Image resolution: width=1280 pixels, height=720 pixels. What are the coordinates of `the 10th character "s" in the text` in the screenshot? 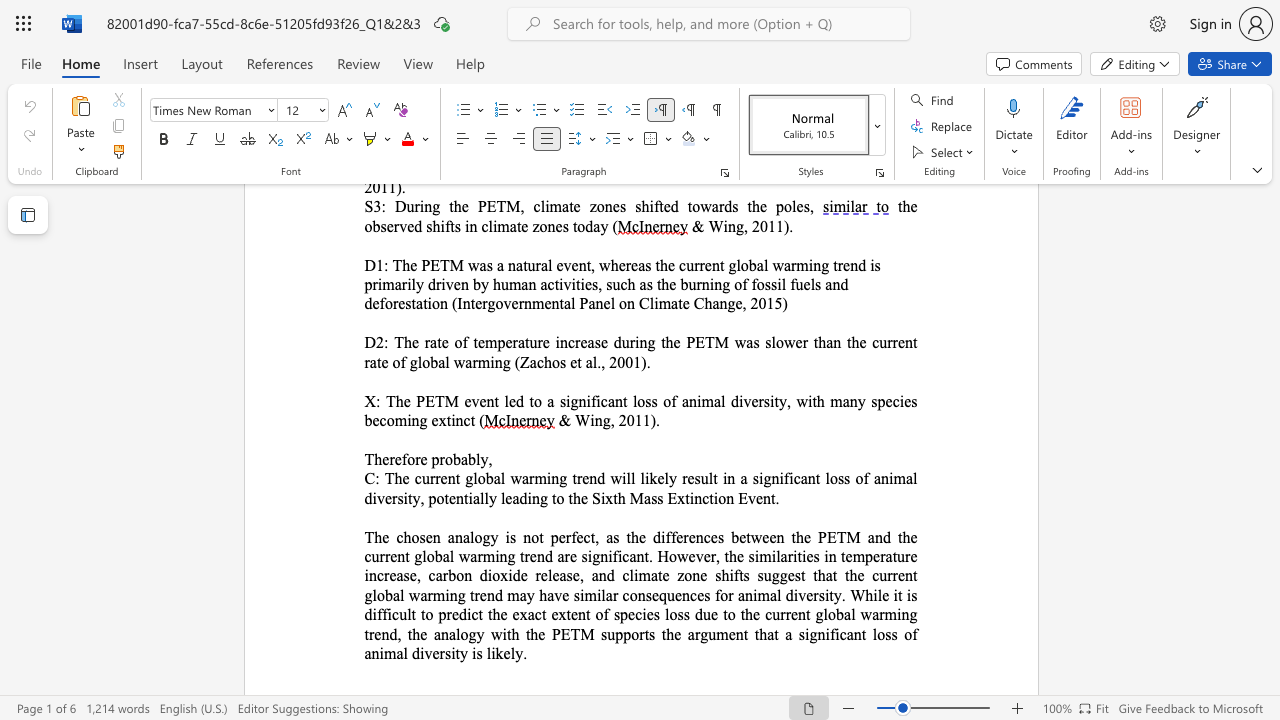 It's located at (575, 594).